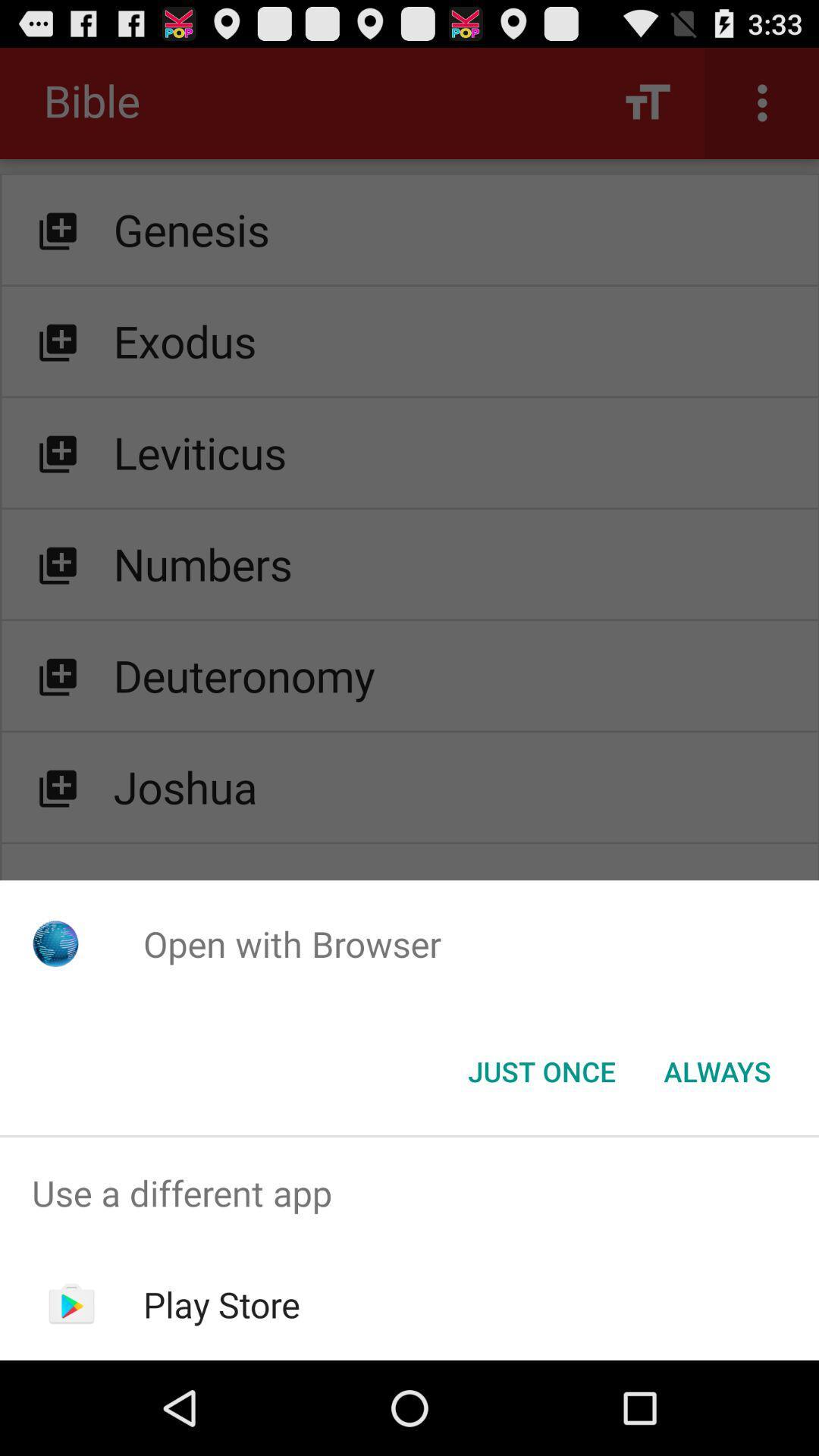 The image size is (819, 1456). What do you see at coordinates (221, 1304) in the screenshot?
I see `play store` at bounding box center [221, 1304].